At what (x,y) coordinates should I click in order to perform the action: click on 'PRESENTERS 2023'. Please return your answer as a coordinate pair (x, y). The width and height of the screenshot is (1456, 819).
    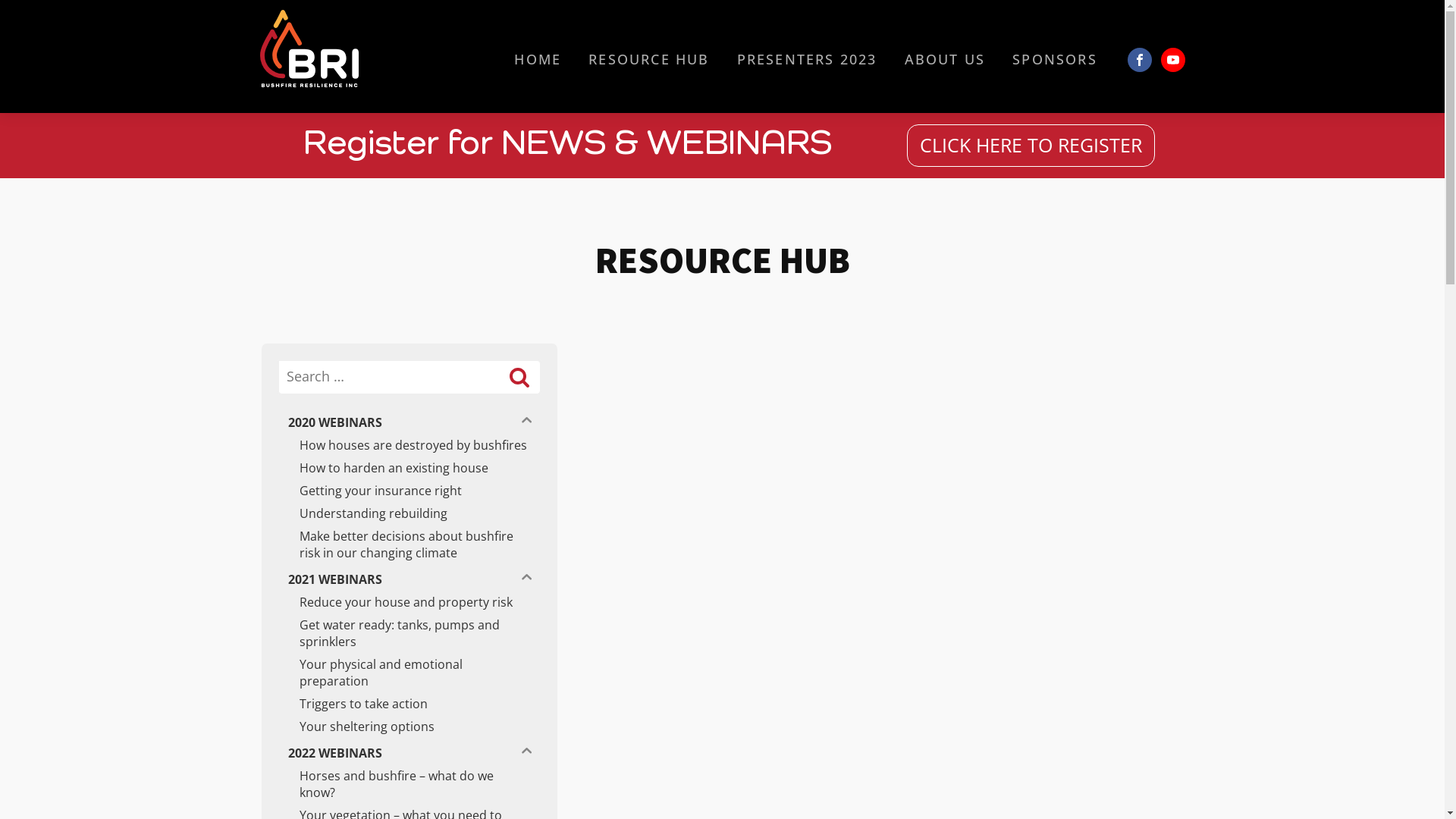
    Looking at the image, I should click on (806, 58).